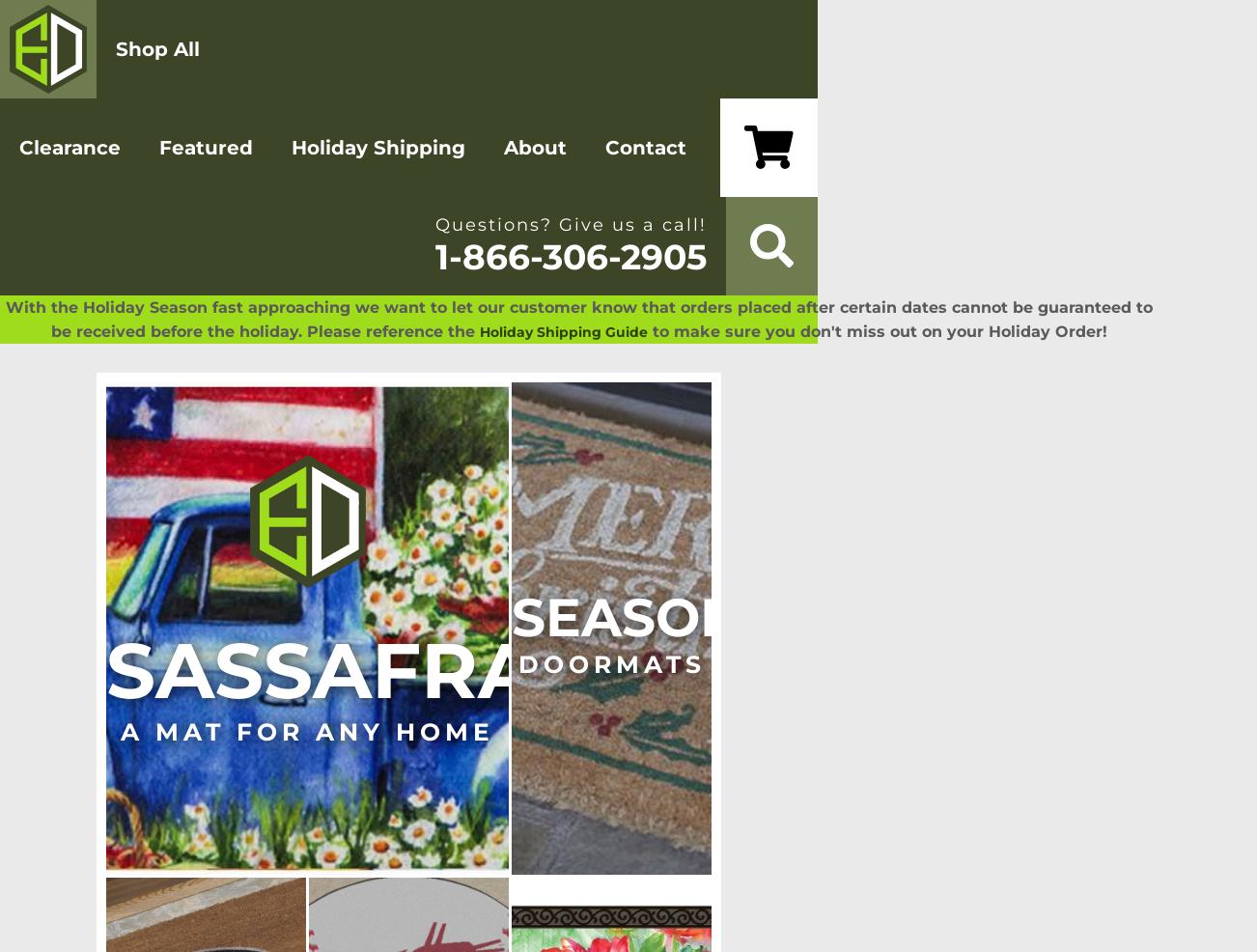 The height and width of the screenshot is (952, 1257). What do you see at coordinates (435, 257) in the screenshot?
I see `'1-866-306-2905'` at bounding box center [435, 257].